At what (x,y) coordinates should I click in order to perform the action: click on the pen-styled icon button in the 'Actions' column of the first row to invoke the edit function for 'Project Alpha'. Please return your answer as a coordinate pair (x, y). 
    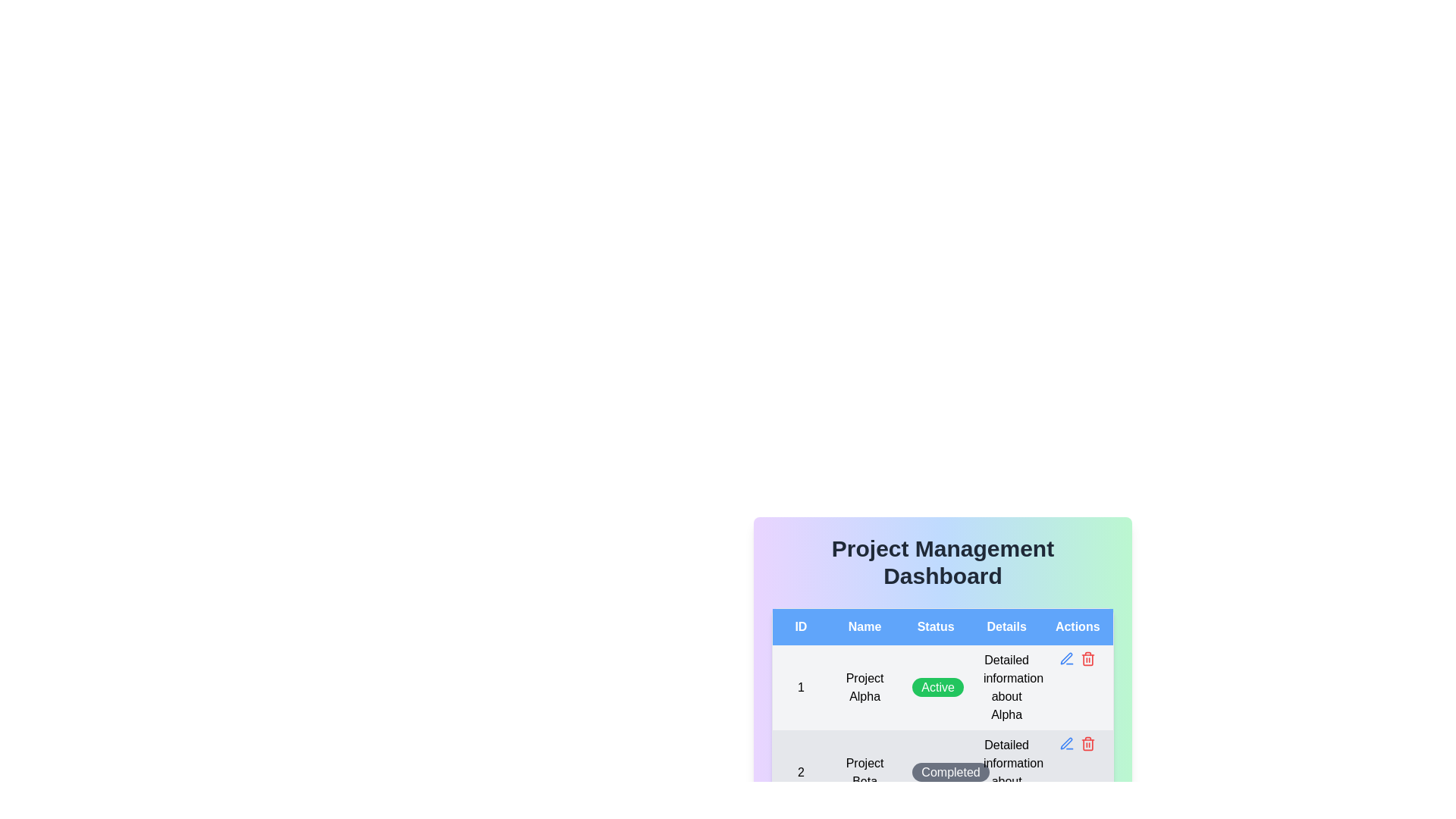
    Looking at the image, I should click on (1066, 742).